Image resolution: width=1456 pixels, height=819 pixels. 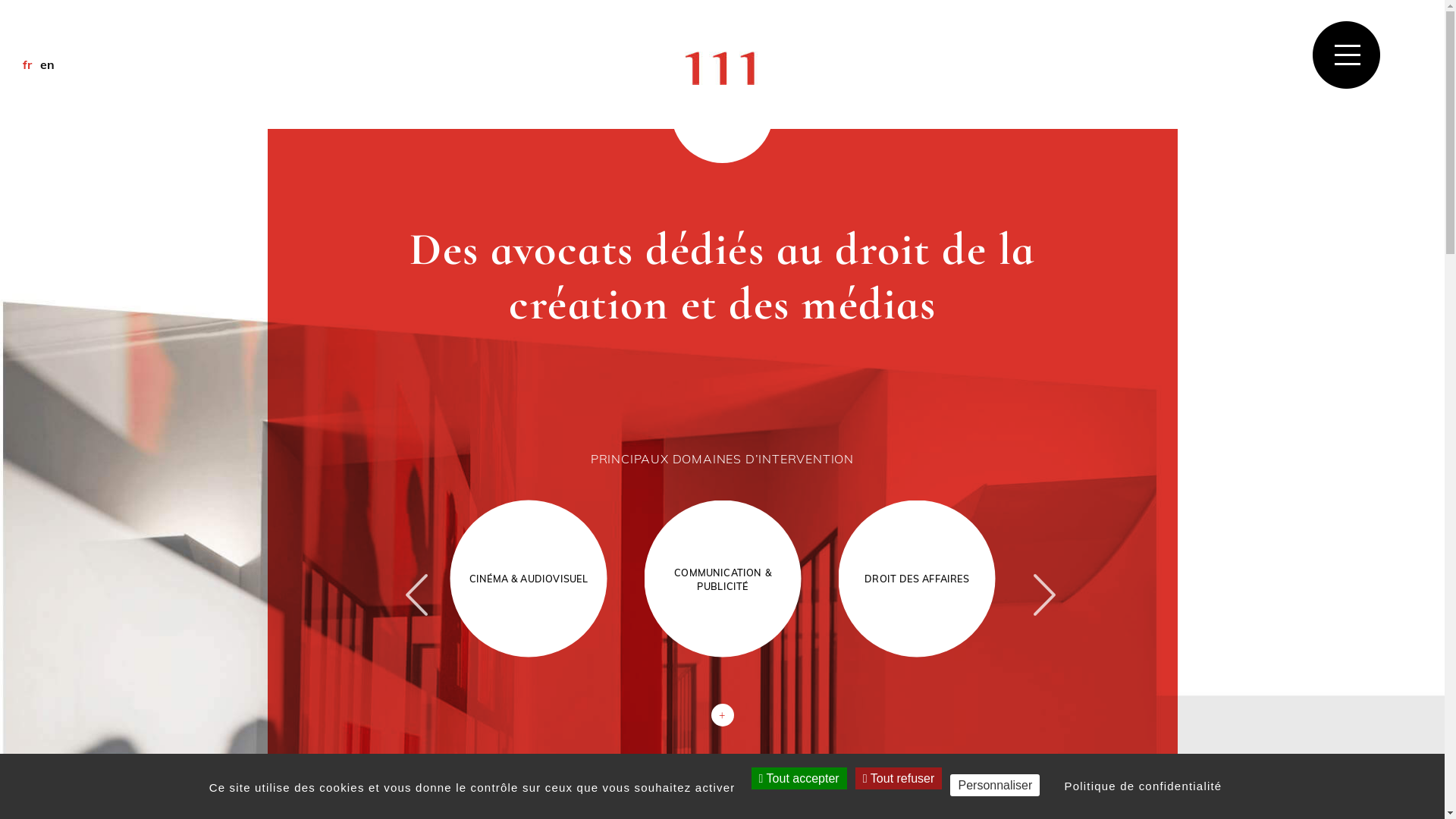 I want to click on 'DROIT DES AFFAIRES', so click(x=924, y=587).